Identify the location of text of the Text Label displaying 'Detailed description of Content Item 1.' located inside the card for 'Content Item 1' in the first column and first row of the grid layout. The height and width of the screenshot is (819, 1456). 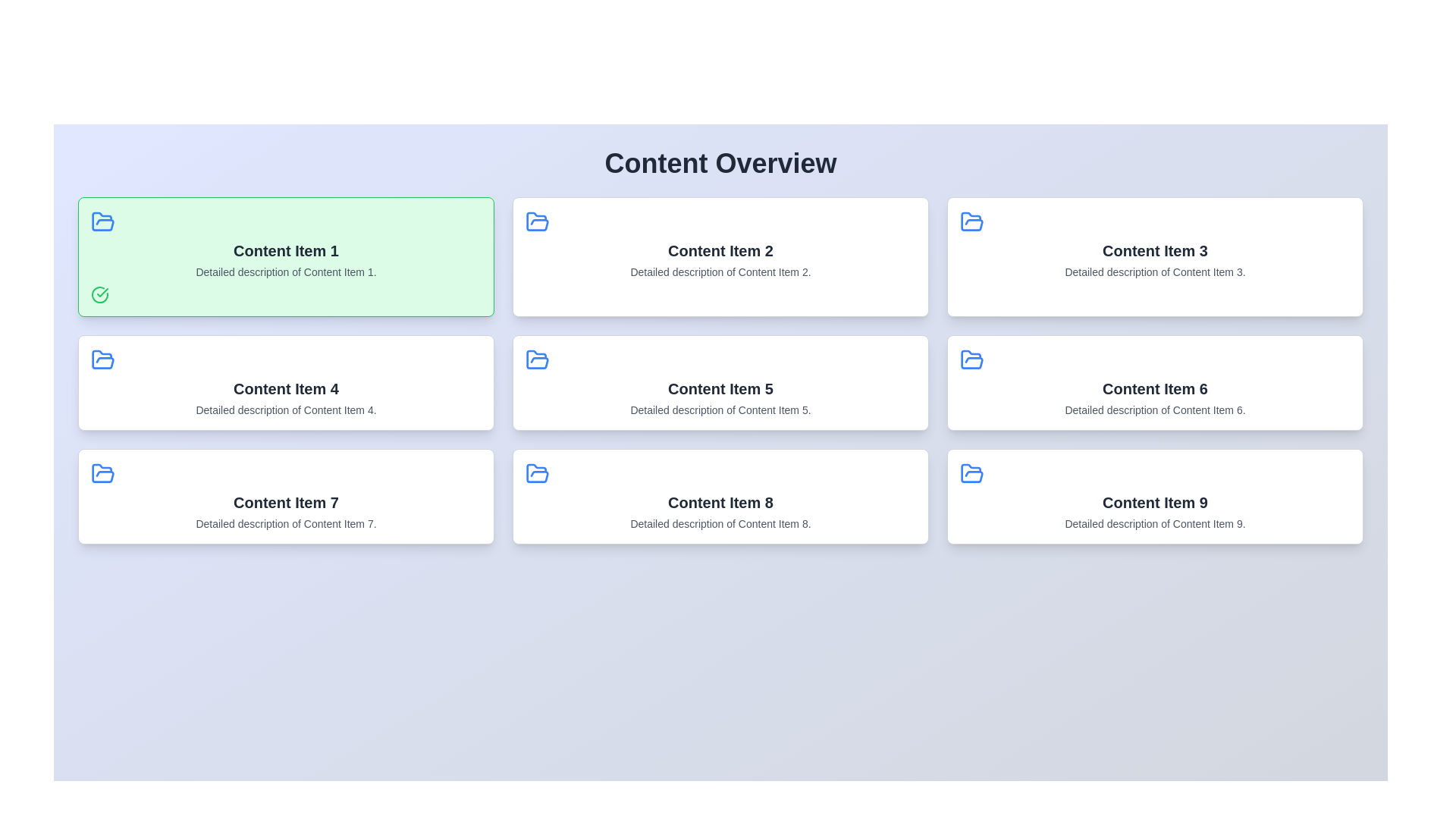
(286, 271).